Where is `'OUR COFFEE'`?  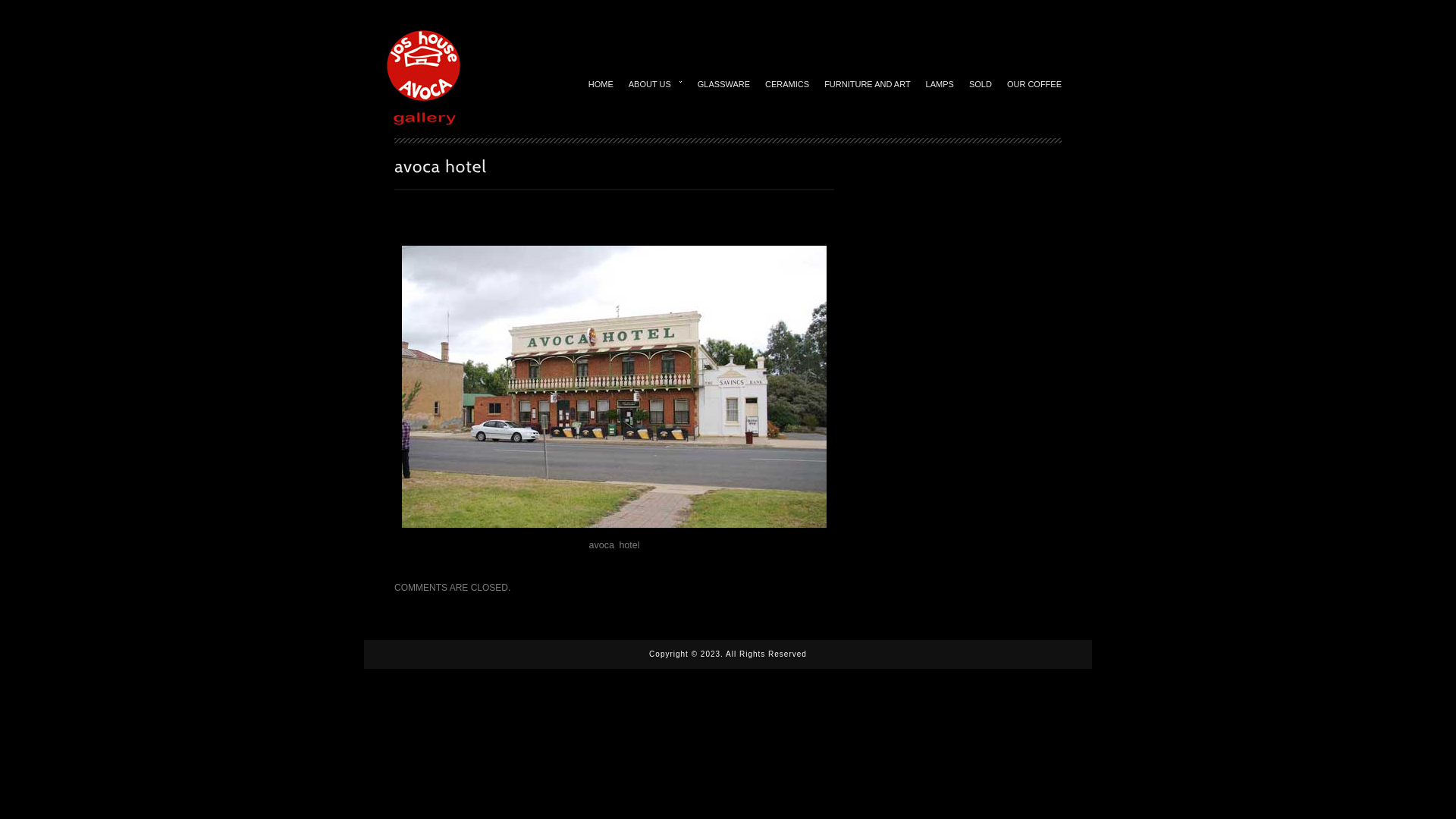 'OUR COFFEE' is located at coordinates (1033, 82).